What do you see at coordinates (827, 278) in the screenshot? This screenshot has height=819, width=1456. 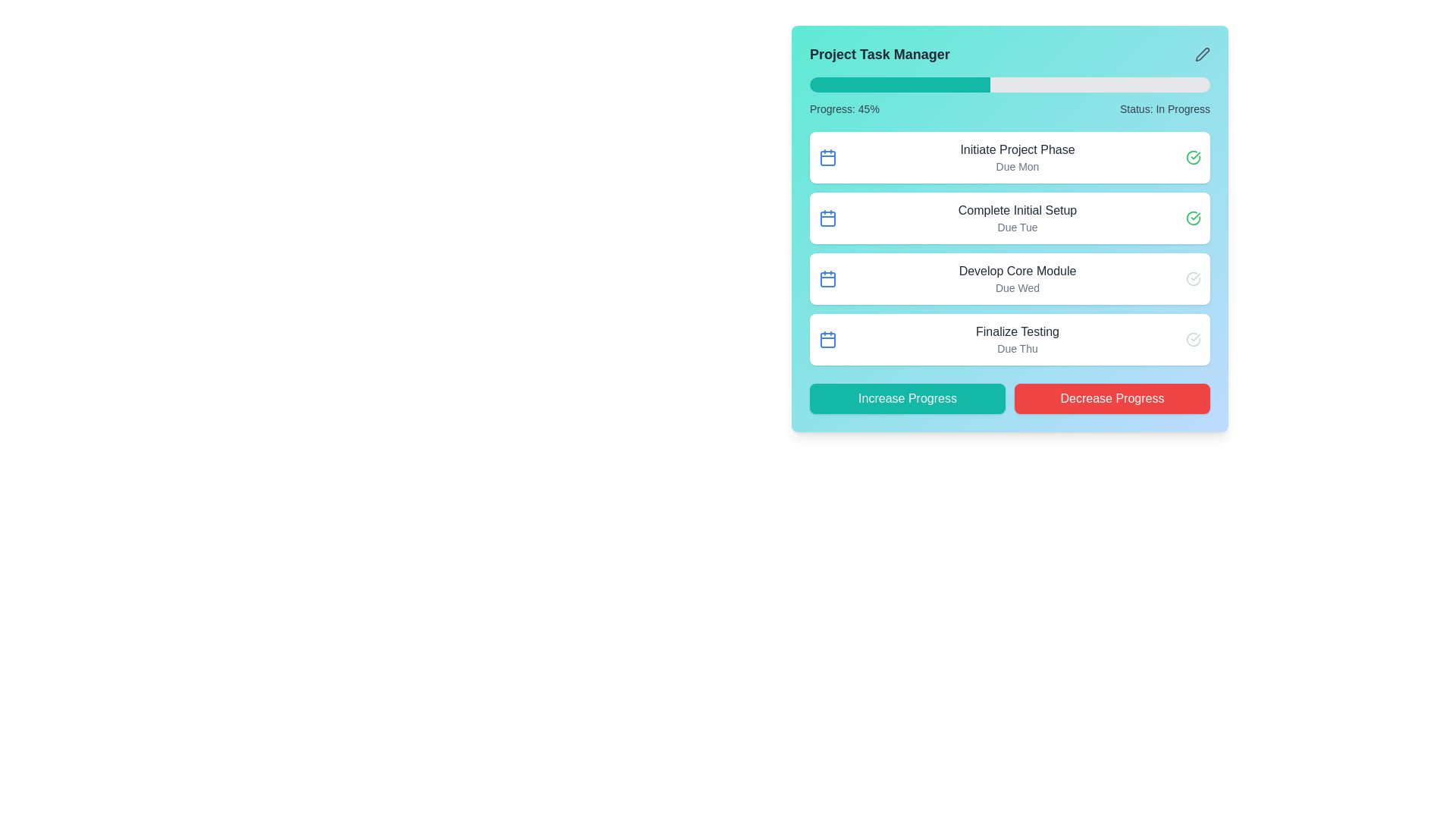 I see `the blue calendar icon located at the top-left corner of the card containing the text 'Develop Core Module' and 'Due Wed'` at bounding box center [827, 278].